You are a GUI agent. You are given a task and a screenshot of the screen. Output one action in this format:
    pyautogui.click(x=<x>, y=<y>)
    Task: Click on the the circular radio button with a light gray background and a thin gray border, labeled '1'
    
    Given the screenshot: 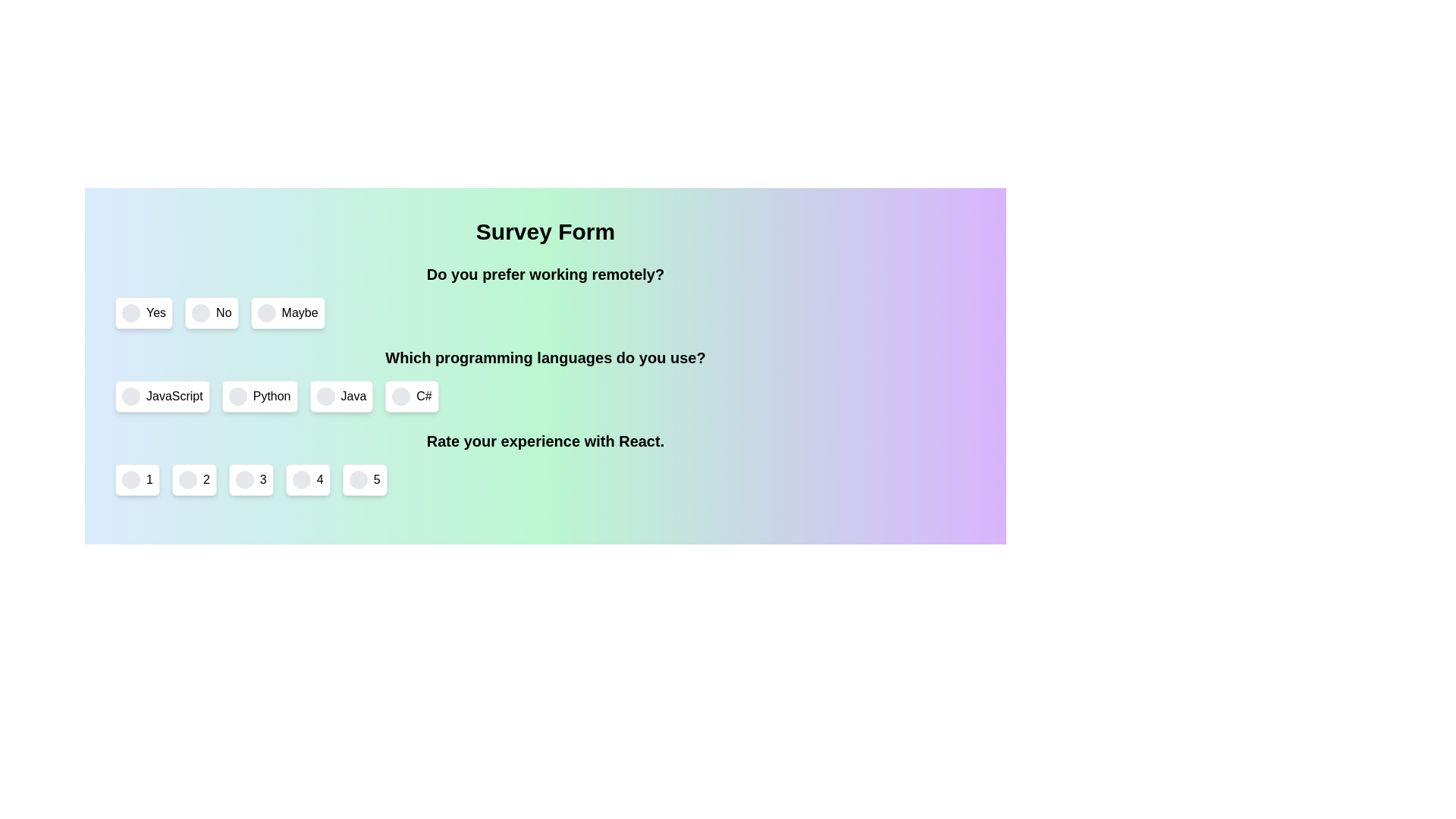 What is the action you would take?
    pyautogui.click(x=130, y=479)
    